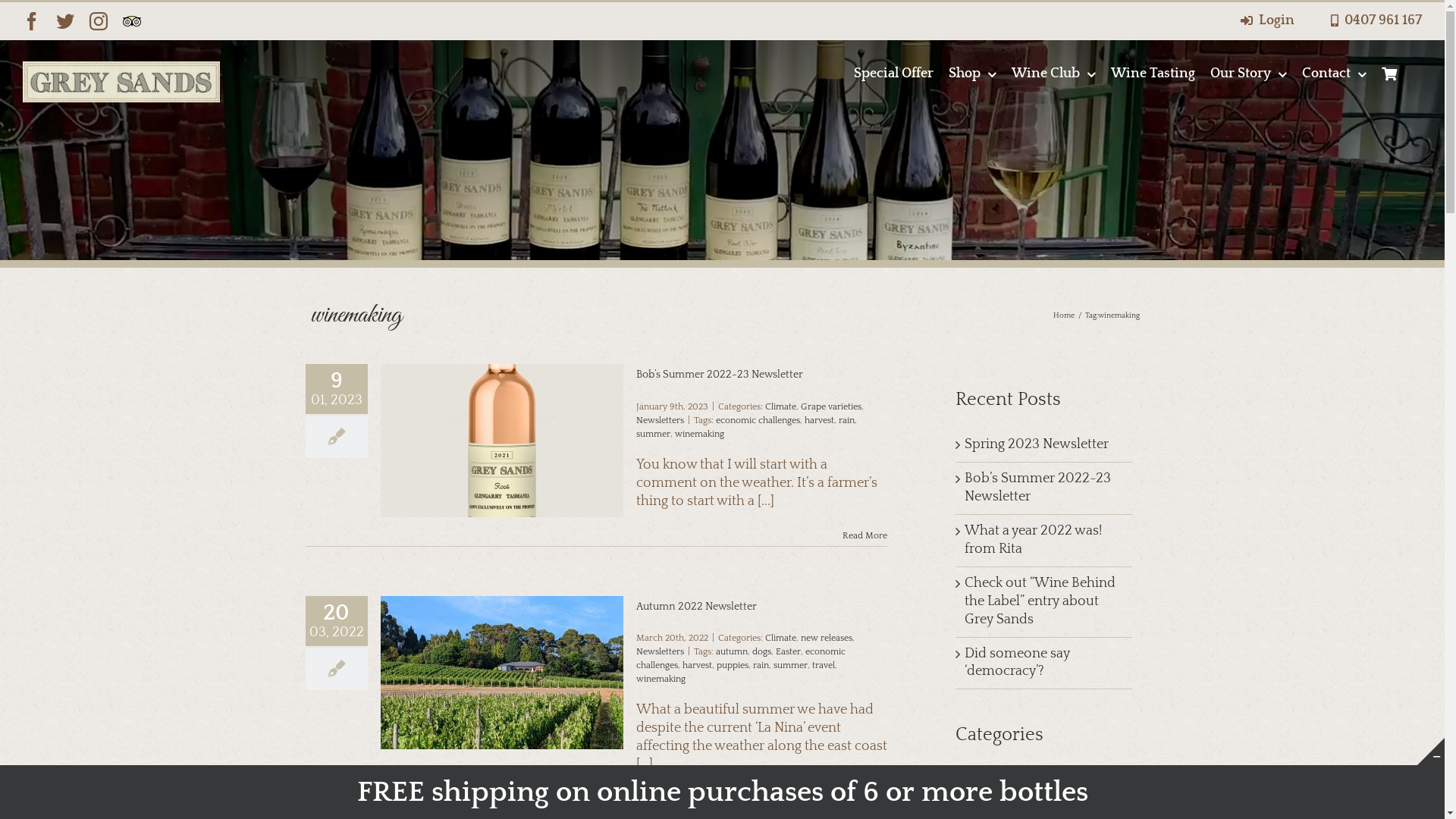 This screenshot has height=819, width=1456. Describe the element at coordinates (789, 664) in the screenshot. I see `'summer'` at that location.